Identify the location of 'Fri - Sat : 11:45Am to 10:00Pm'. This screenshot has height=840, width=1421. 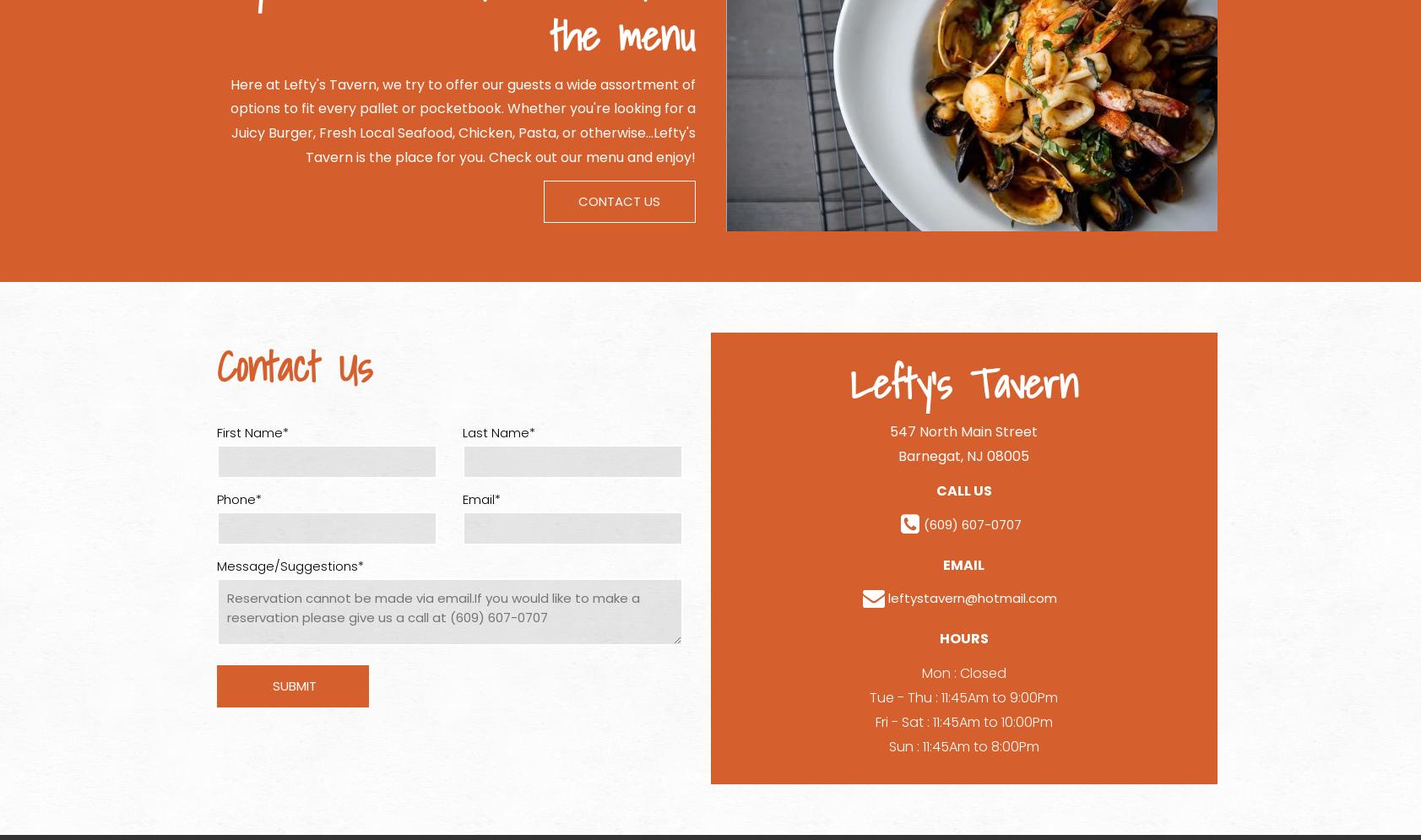
(963, 721).